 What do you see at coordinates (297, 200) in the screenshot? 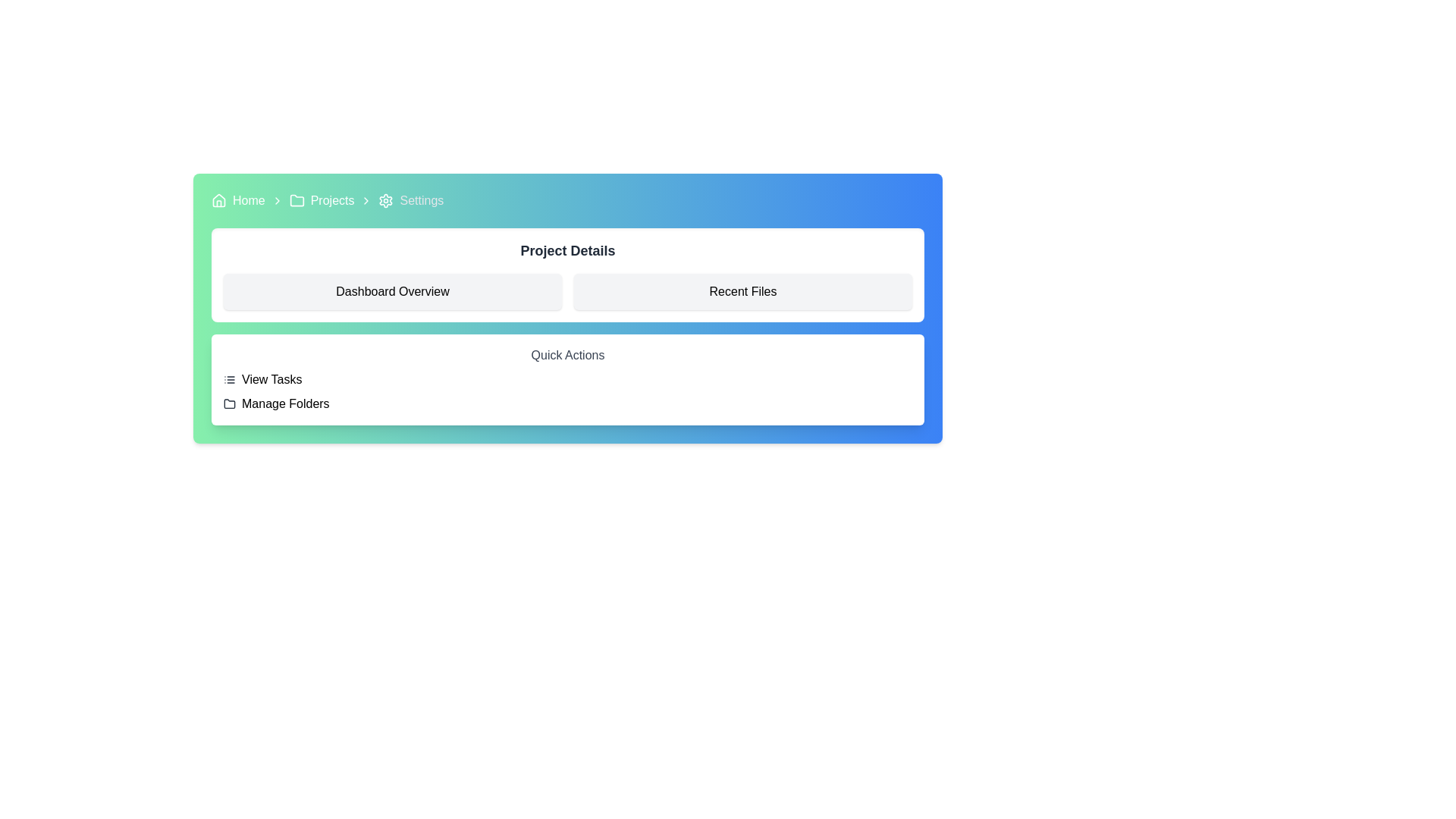
I see `the white-outline folder icon located in the breadcrumb navigation bar, positioned between the 'chevron-right' icon and the 'Projects' text link` at bounding box center [297, 200].